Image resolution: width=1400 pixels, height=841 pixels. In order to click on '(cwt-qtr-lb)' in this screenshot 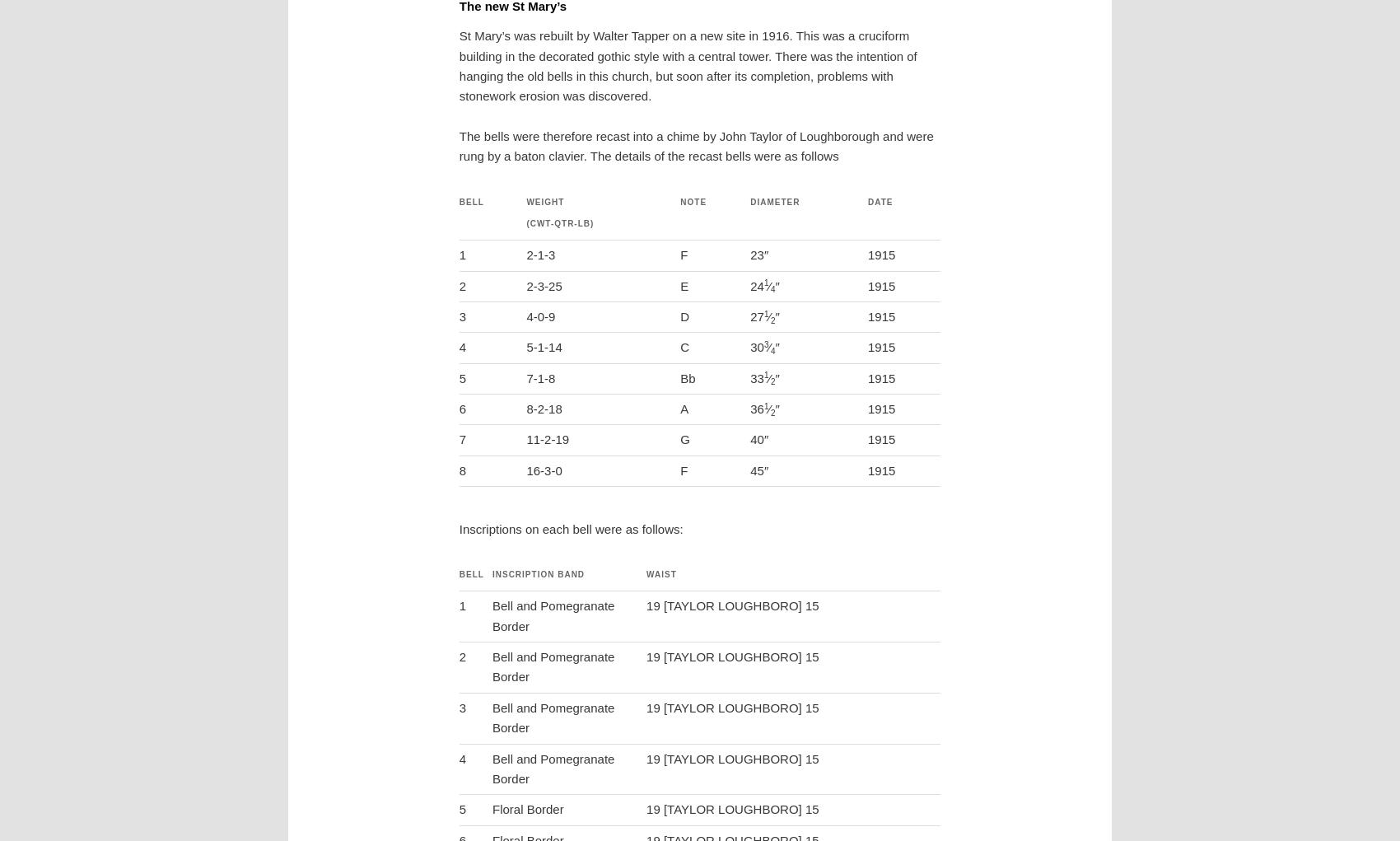, I will do `click(560, 222)`.